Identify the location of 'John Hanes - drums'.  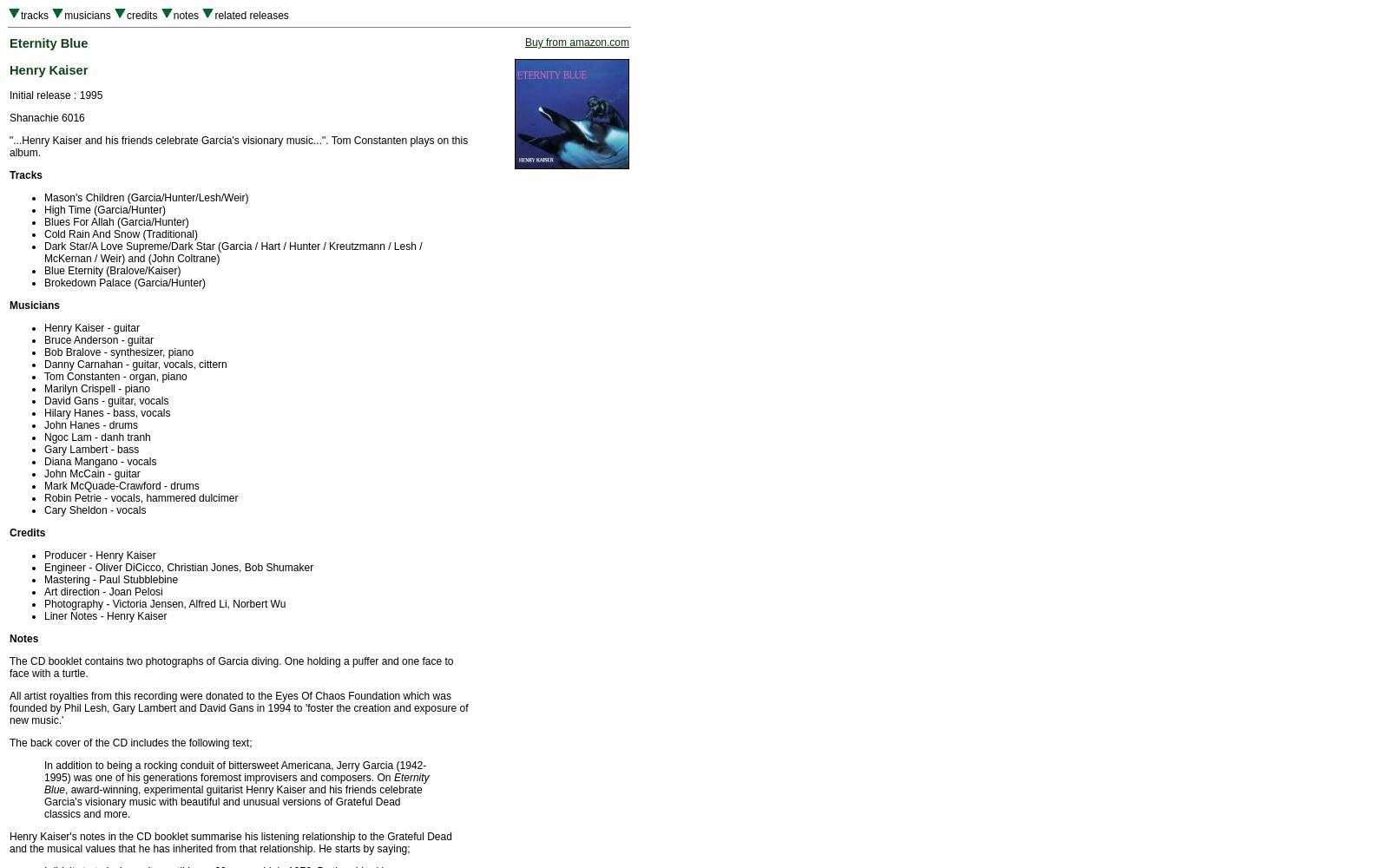
(44, 424).